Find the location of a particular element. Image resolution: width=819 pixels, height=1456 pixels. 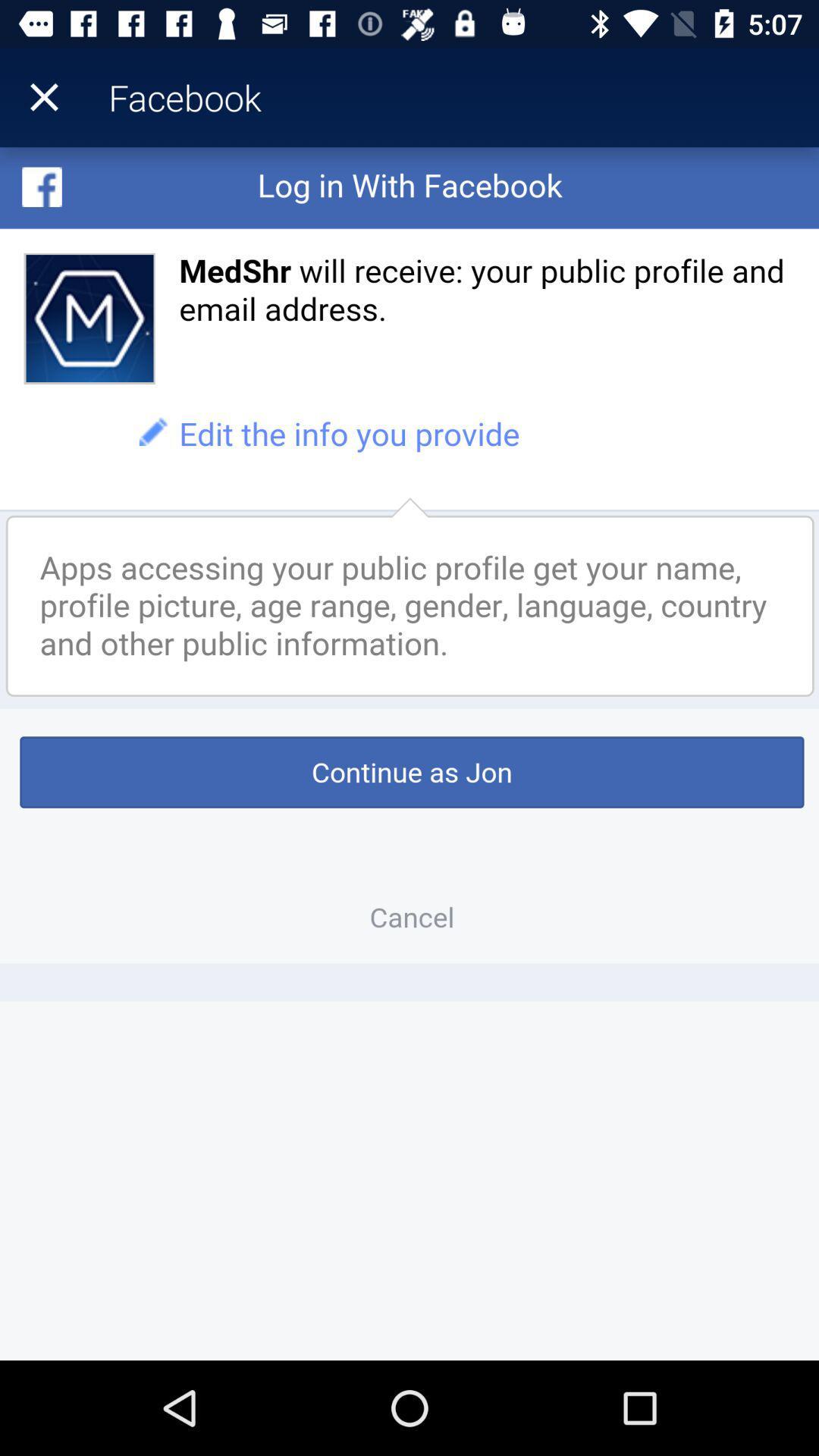

continue in the app is located at coordinates (409, 754).